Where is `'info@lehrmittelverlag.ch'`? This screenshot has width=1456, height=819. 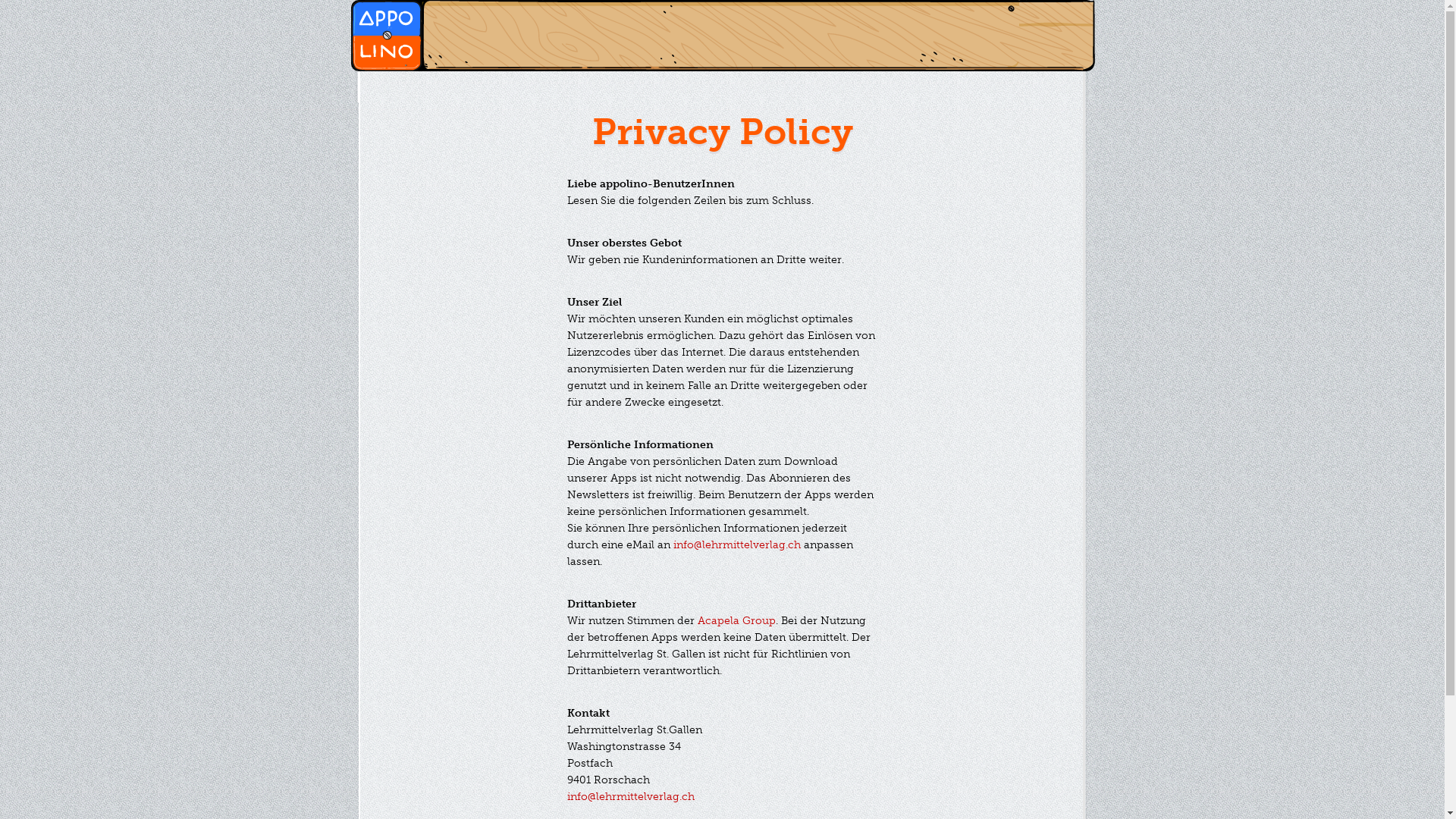
'info@lehrmittelverlag.ch' is located at coordinates (630, 795).